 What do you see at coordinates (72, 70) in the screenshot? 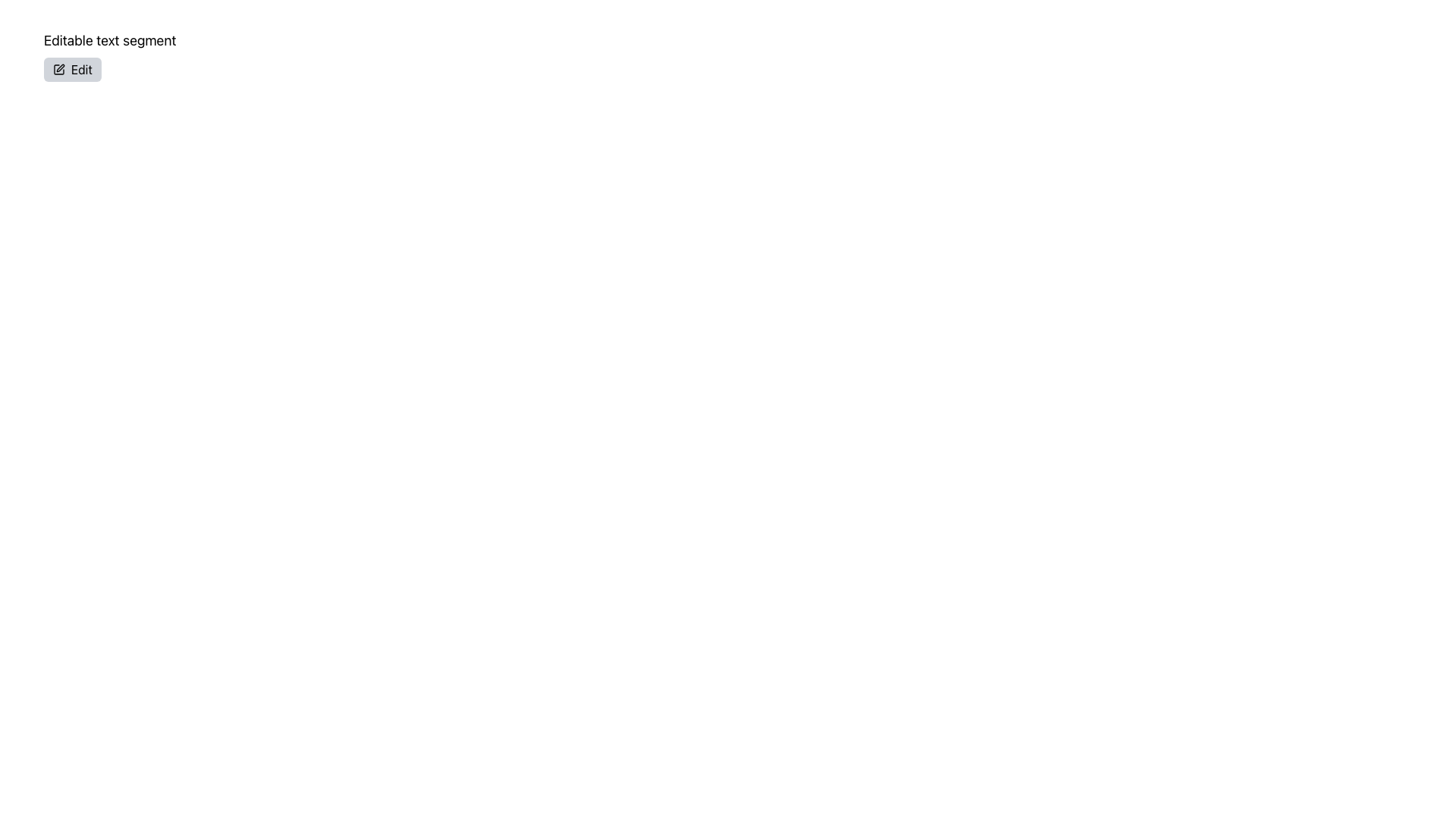
I see `the 'Edit' button with a gray background and a pen icon` at bounding box center [72, 70].